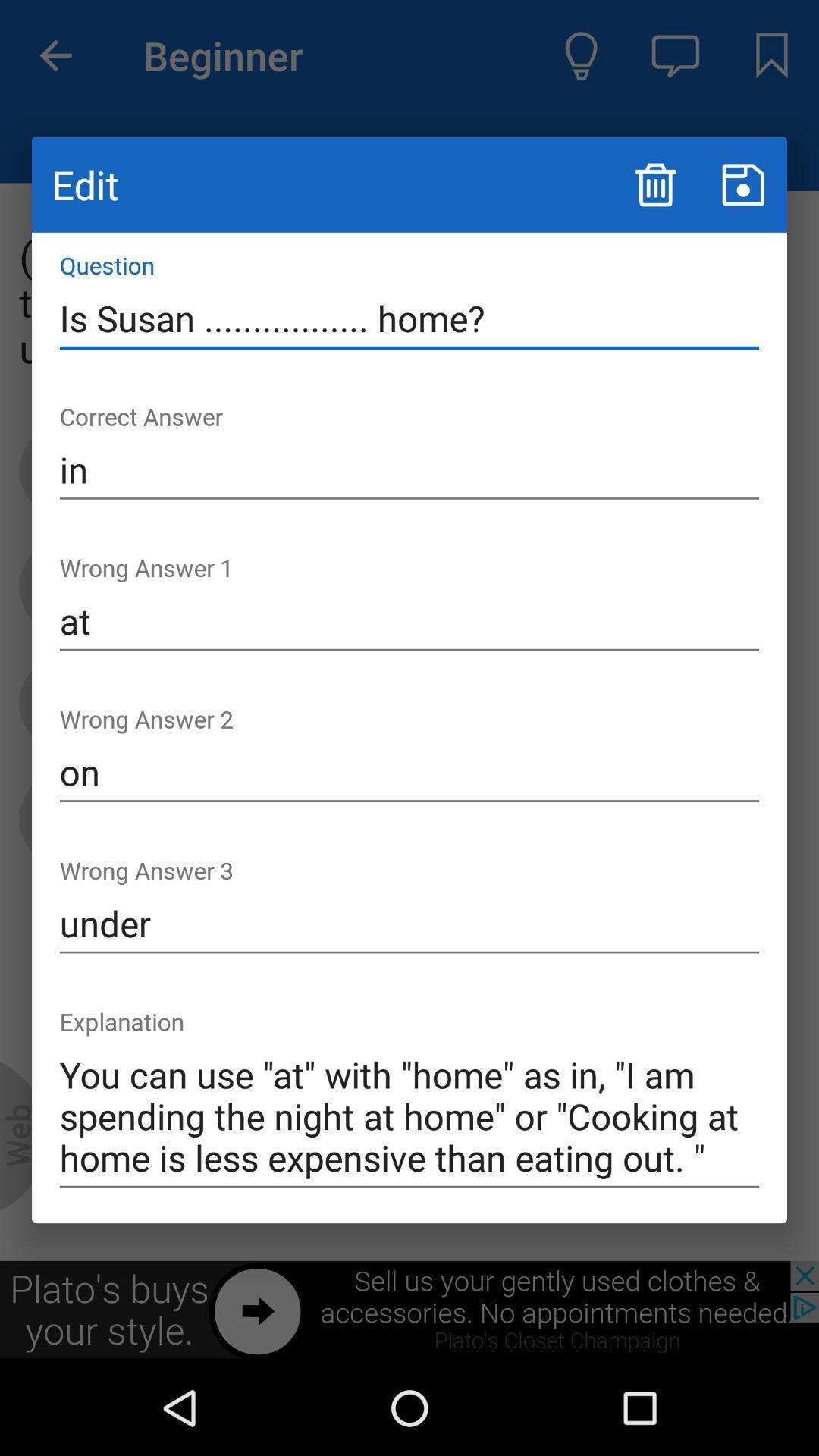 The width and height of the screenshot is (819, 1456). Describe the element at coordinates (742, 184) in the screenshot. I see `button` at that location.